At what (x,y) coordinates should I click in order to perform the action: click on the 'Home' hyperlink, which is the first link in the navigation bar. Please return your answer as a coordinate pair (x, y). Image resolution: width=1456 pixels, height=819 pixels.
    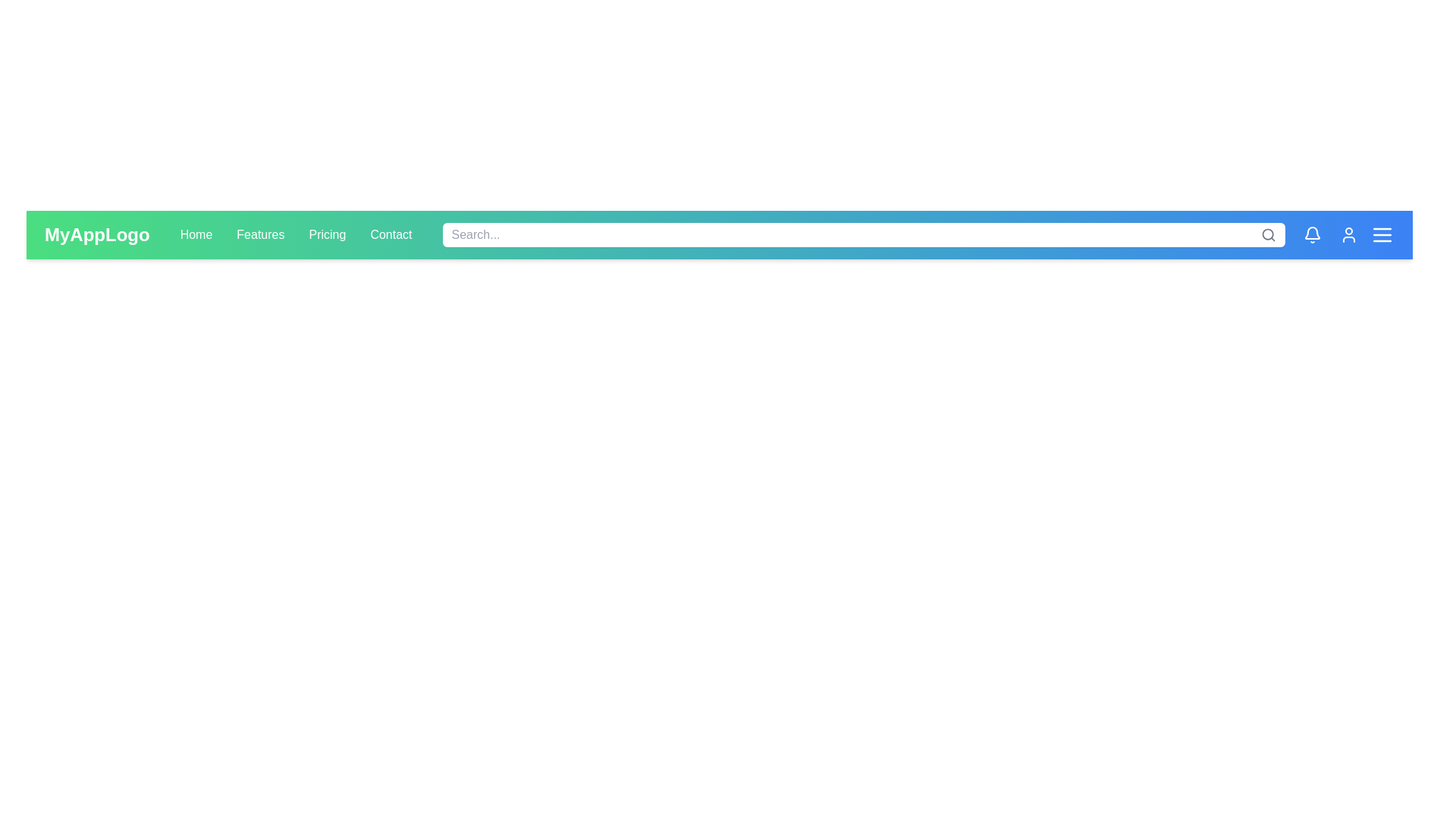
    Looking at the image, I should click on (196, 234).